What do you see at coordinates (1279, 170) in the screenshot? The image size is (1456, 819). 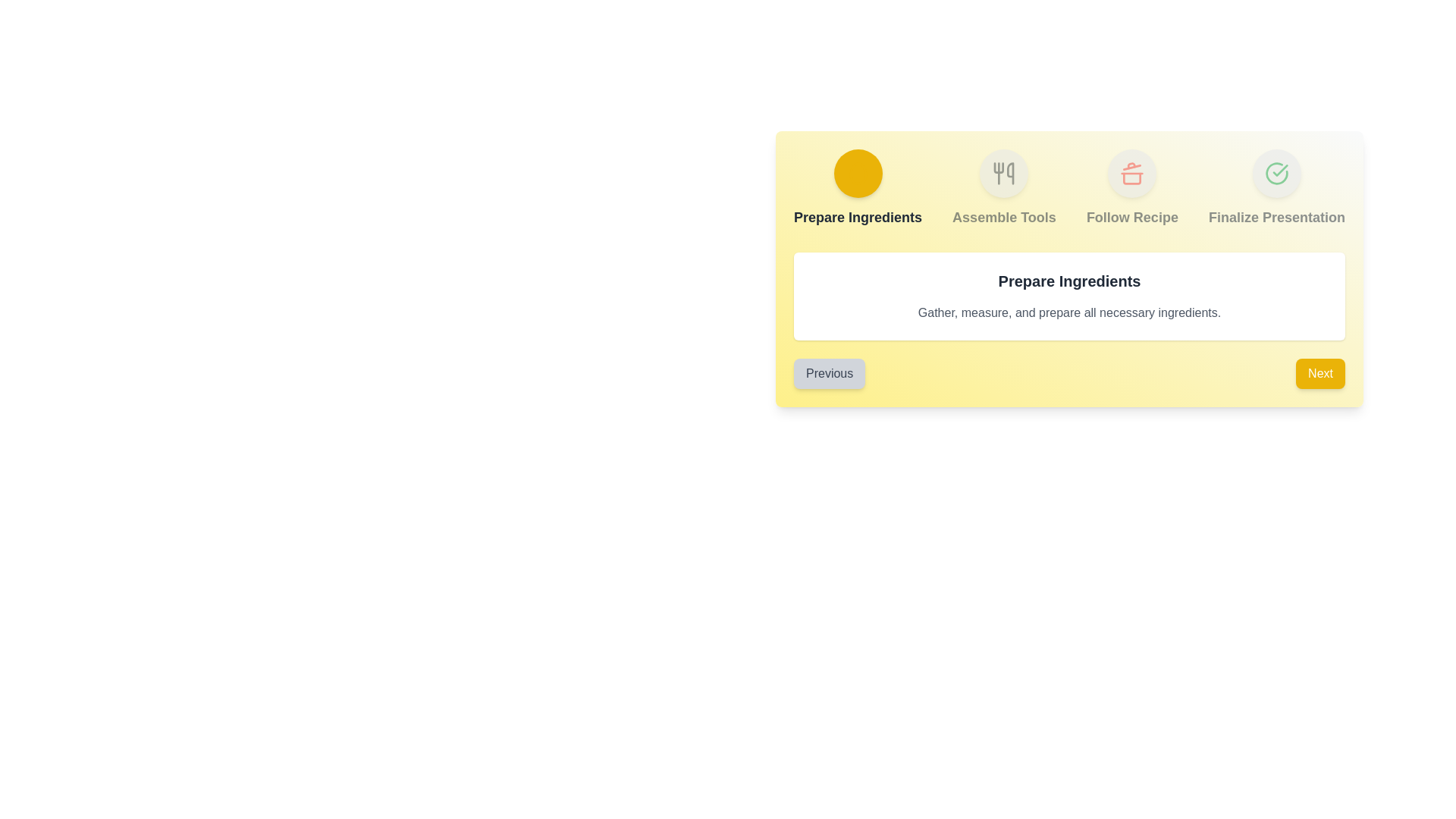 I see `the graphical representation of a checkmark within a circular icon styled with green accents, located in the upper-right portion of the UI` at bounding box center [1279, 170].